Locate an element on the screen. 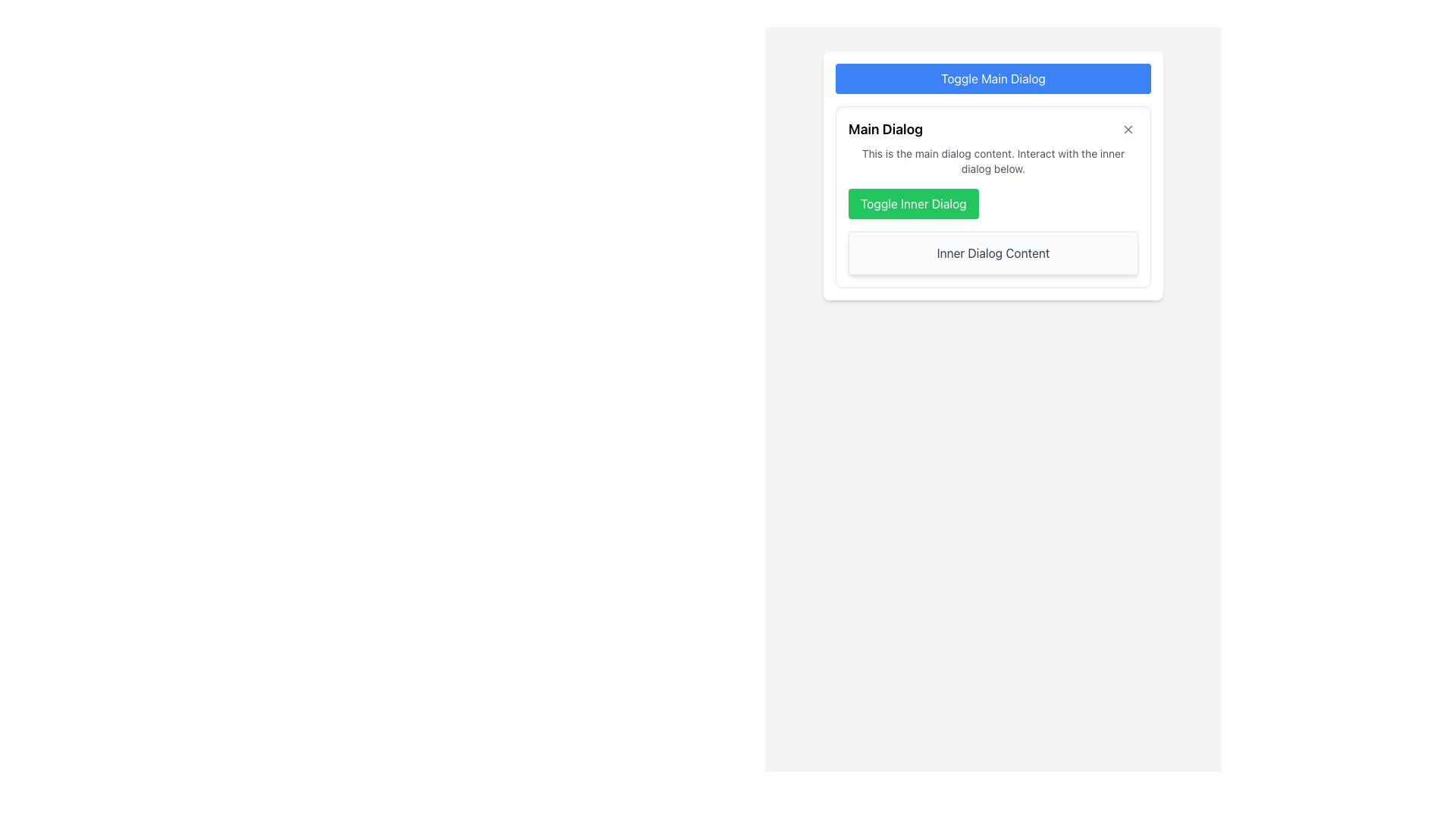 This screenshot has width=1456, height=819. the close icon button located in the top-right corner of the dialog interface, next to the 'Main Dialog' title is located at coordinates (1128, 128).